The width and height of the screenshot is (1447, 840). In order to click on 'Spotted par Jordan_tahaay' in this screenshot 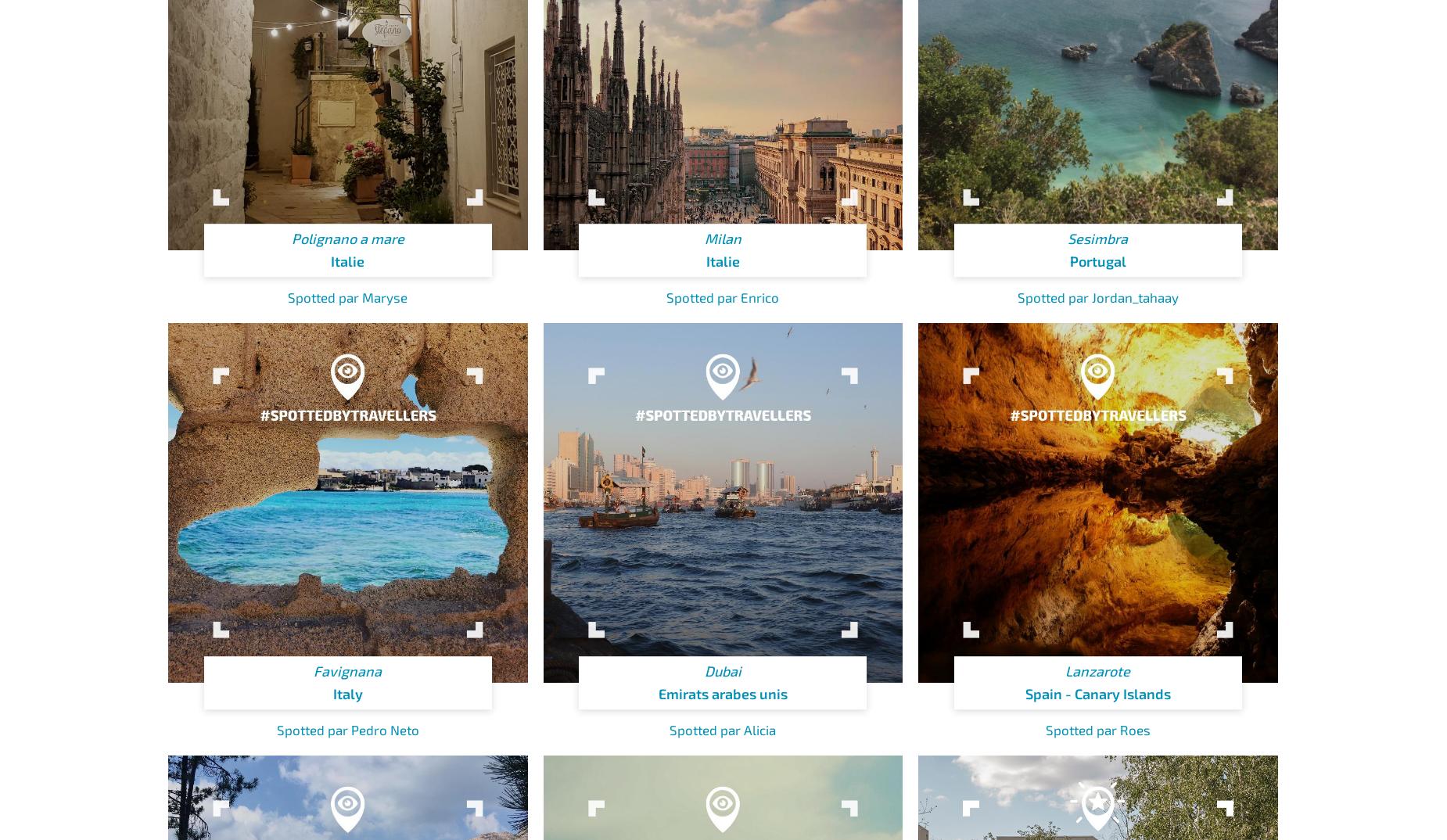, I will do `click(1097, 296)`.